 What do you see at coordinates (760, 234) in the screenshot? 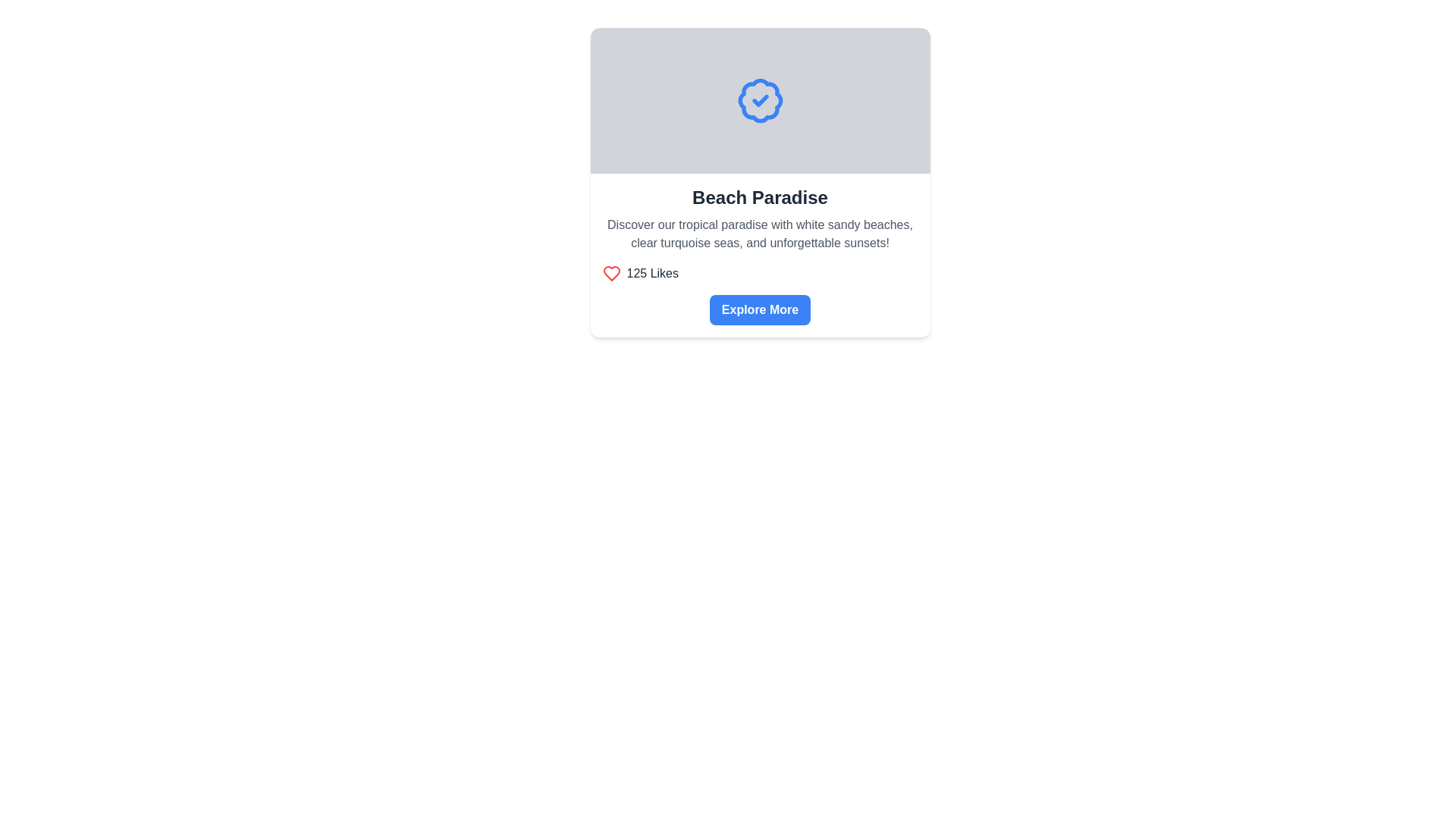
I see `the static text block that describes the tropical destination, which is positioned below the bold title and above the '125 Likes' section` at bounding box center [760, 234].